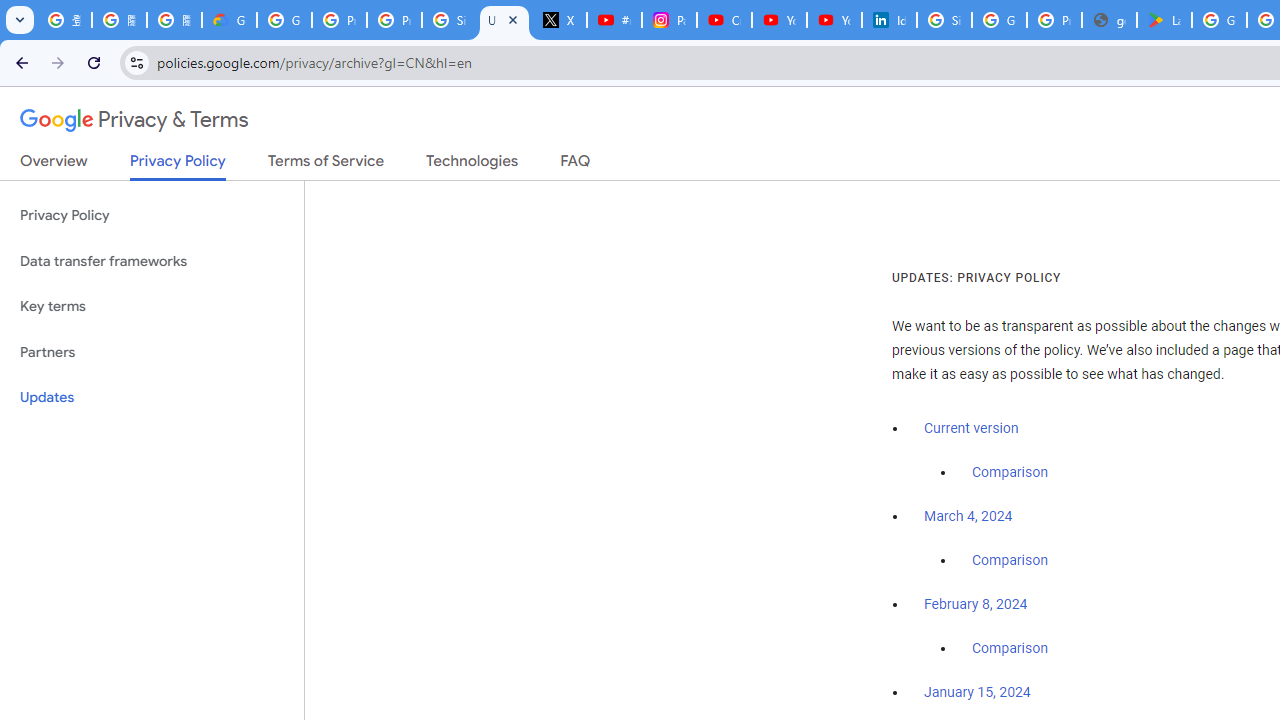 The height and width of the screenshot is (720, 1280). Describe the element at coordinates (151, 260) in the screenshot. I see `'Data transfer frameworks'` at that location.